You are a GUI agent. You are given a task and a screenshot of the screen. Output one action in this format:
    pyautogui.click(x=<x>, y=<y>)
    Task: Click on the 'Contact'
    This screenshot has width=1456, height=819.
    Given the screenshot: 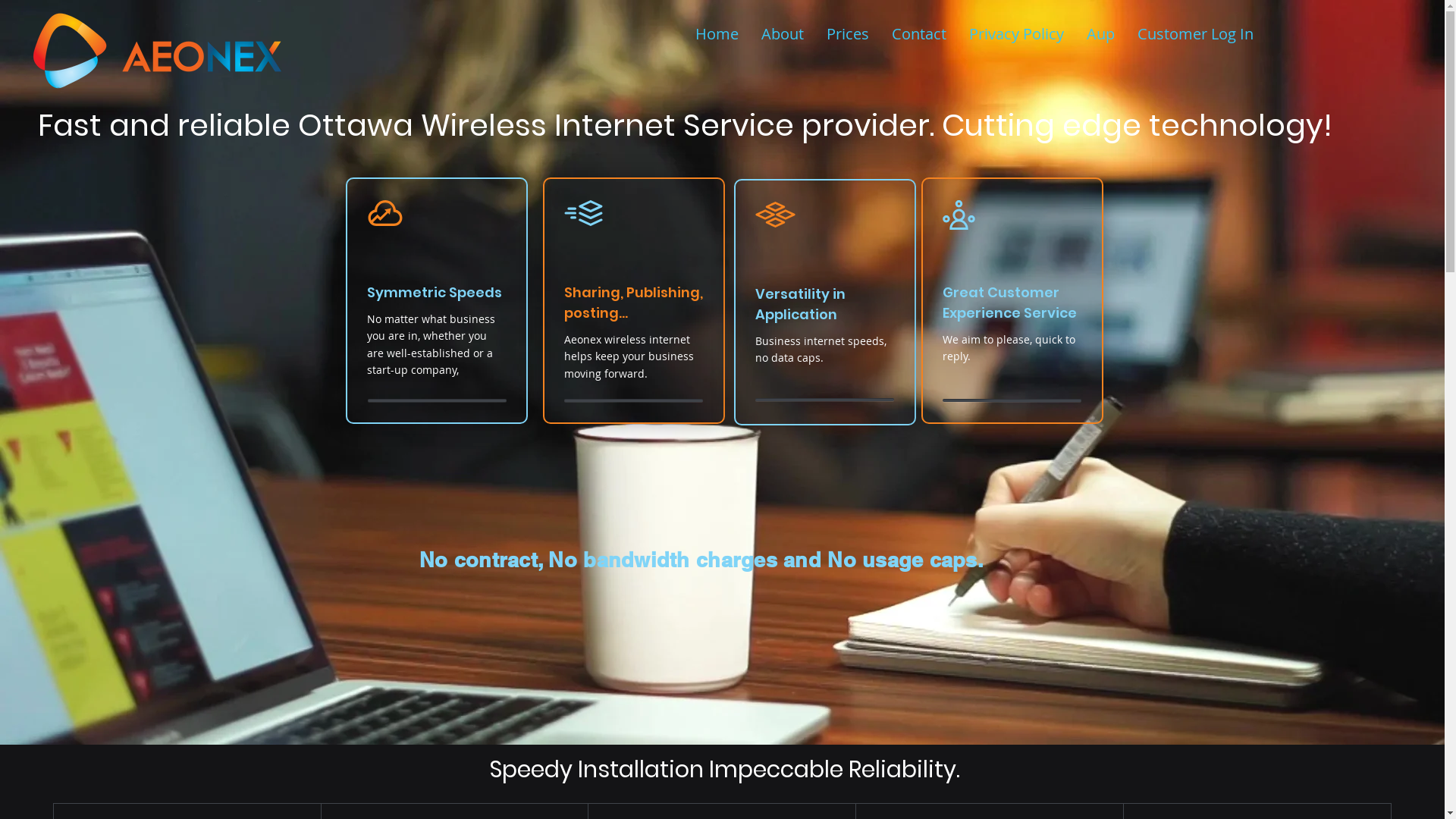 What is the action you would take?
    pyautogui.click(x=918, y=34)
    